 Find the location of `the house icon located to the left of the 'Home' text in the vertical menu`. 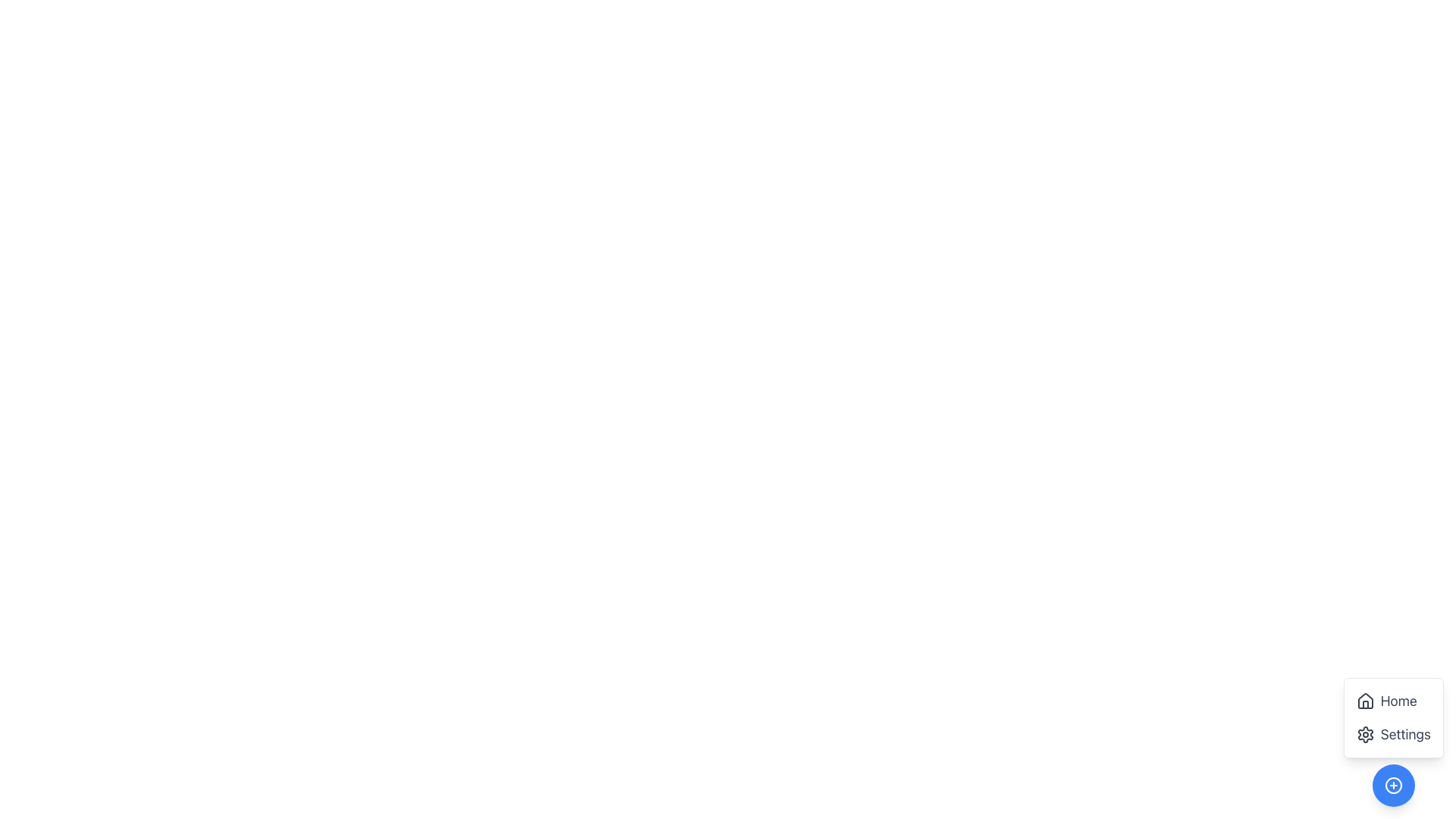

the house icon located to the left of the 'Home' text in the vertical menu is located at coordinates (1365, 701).